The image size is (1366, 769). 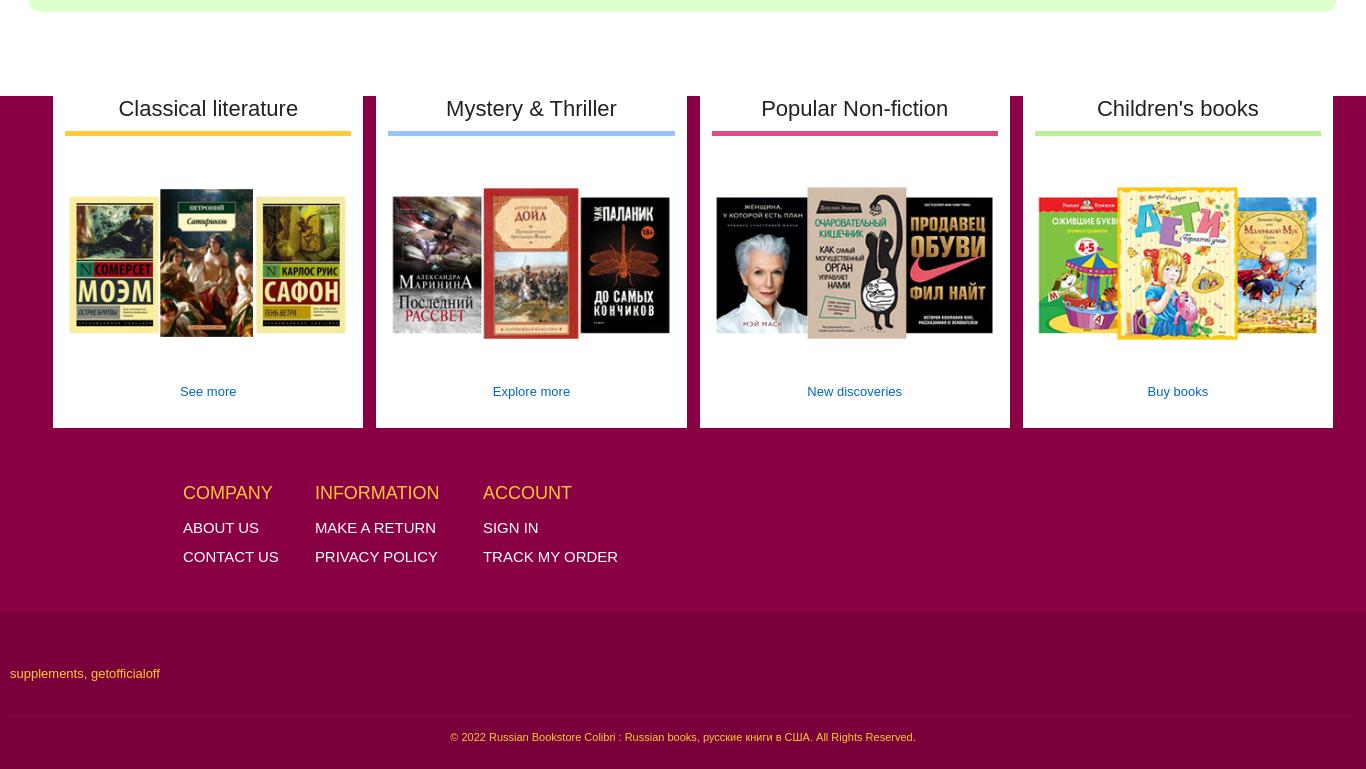 What do you see at coordinates (510, 526) in the screenshot?
I see `'Sign in'` at bounding box center [510, 526].